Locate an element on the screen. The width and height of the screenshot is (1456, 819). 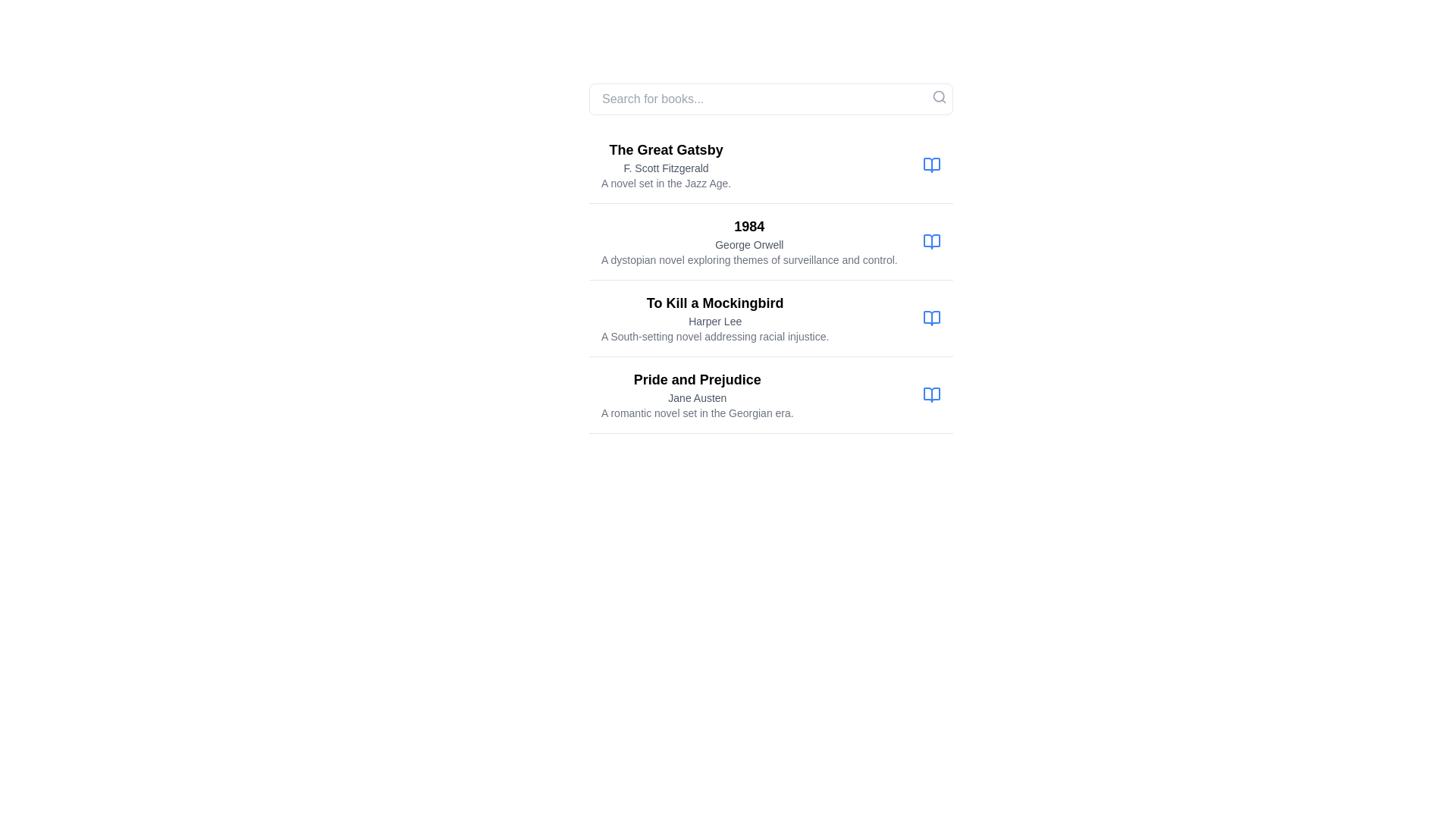
the static text displaying the author of the book 'Pride and Prejudice', which is the second element in a vertical stack of three elements is located at coordinates (696, 397).